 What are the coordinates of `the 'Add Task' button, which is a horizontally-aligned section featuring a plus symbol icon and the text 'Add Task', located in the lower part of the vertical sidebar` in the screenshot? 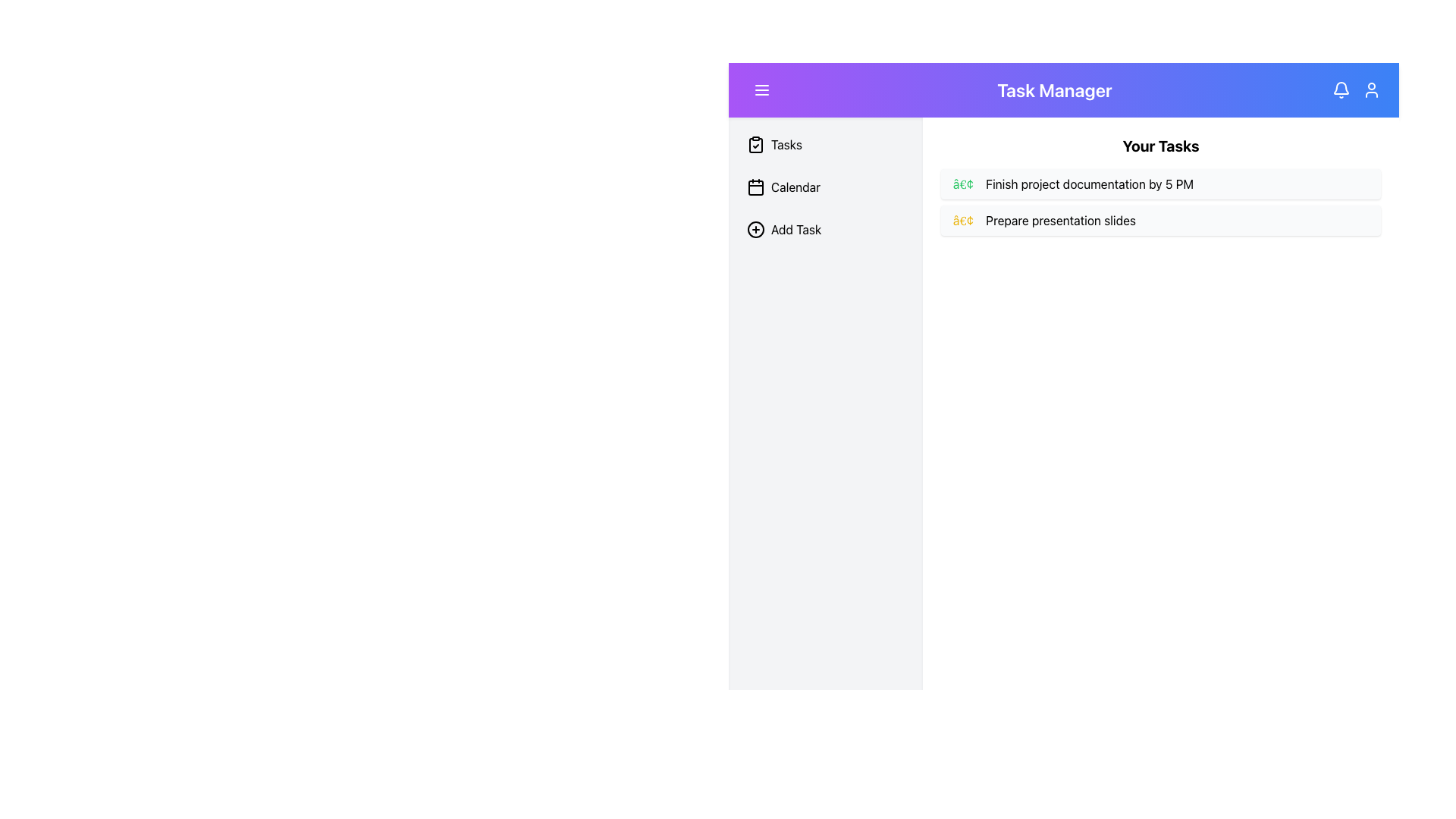 It's located at (784, 230).